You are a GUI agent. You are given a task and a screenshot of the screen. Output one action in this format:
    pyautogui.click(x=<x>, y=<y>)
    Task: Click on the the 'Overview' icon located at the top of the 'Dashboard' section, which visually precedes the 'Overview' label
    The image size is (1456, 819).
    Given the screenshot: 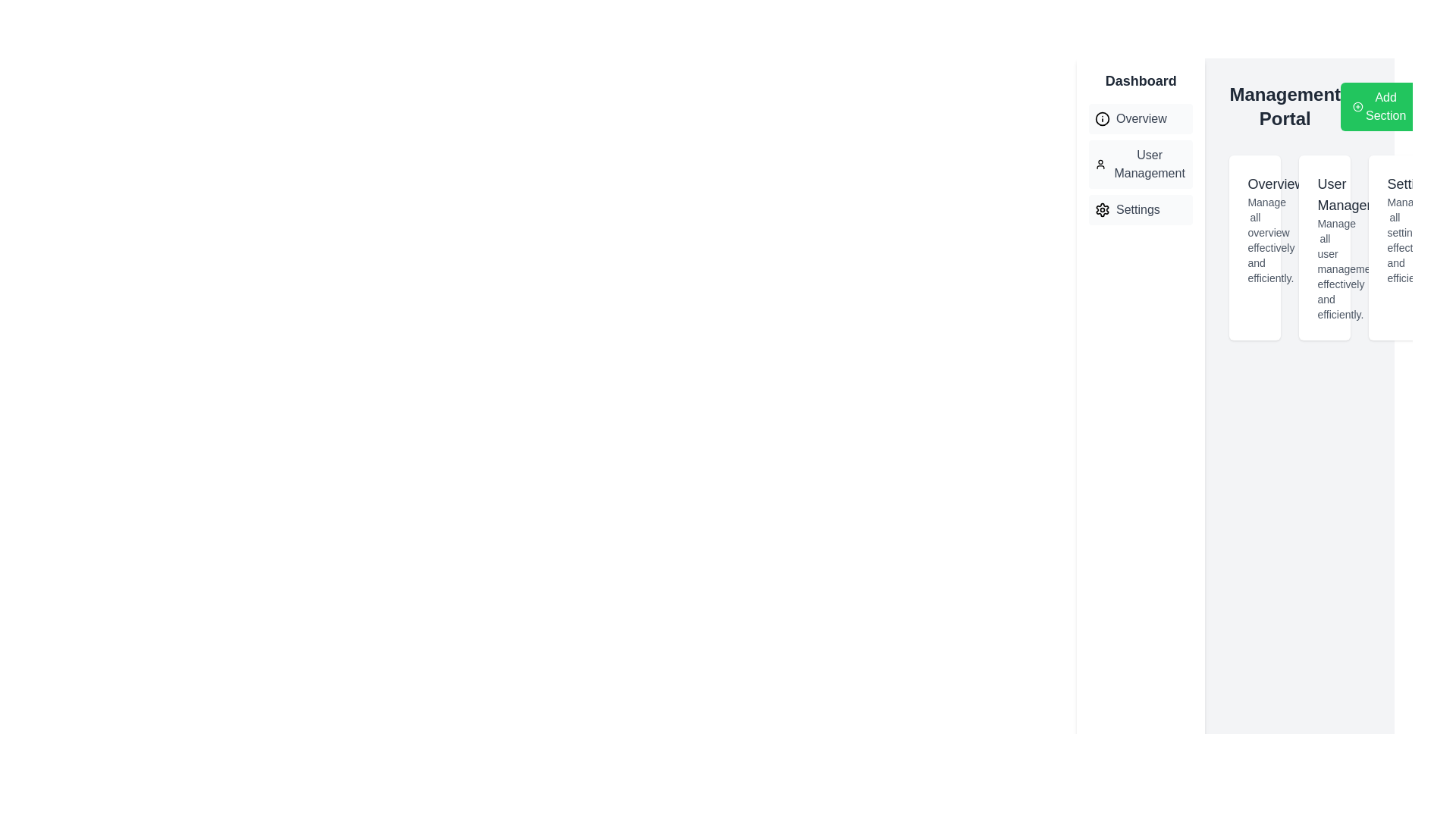 What is the action you would take?
    pyautogui.click(x=1103, y=118)
    